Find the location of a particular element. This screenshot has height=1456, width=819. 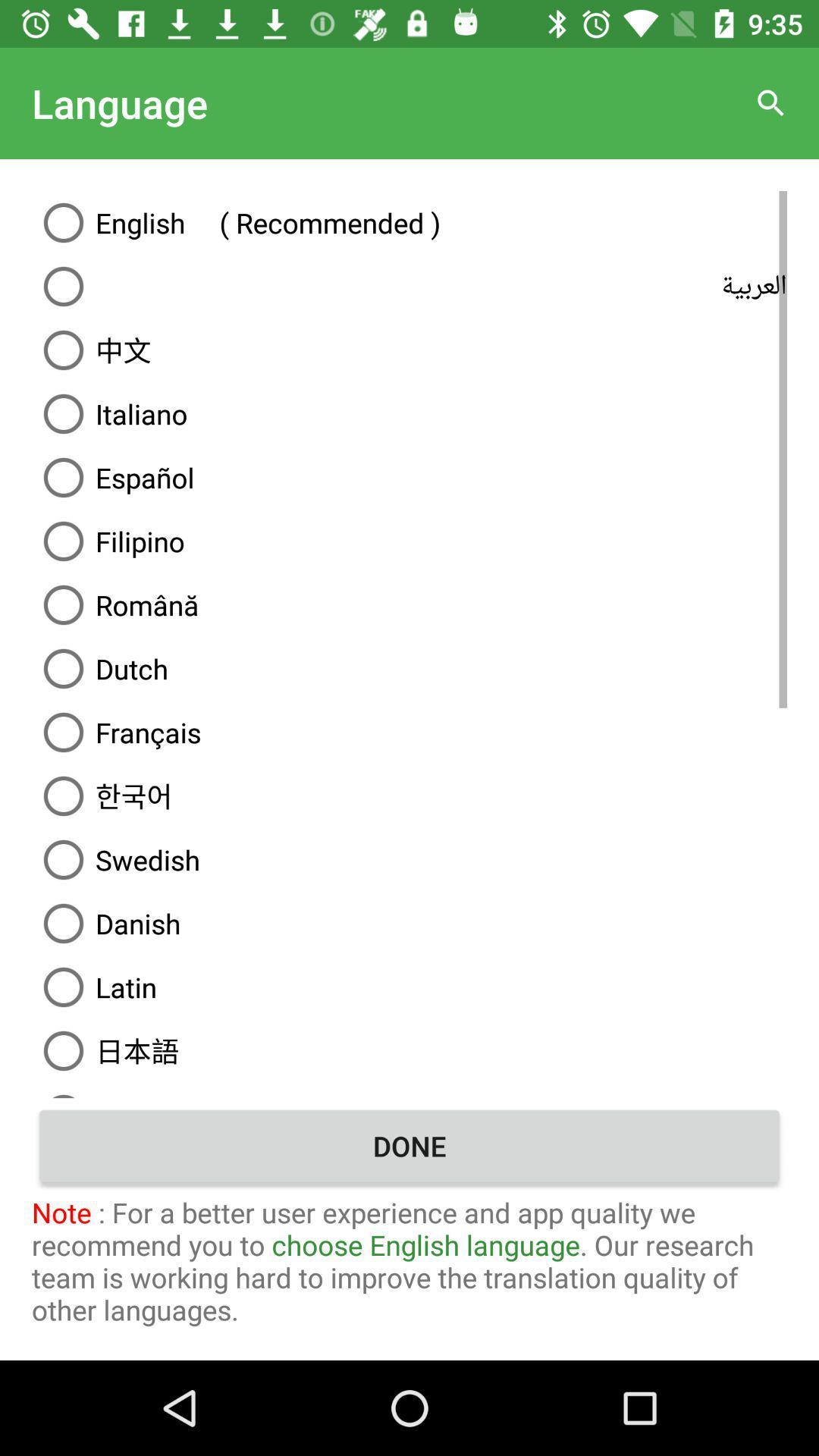

icon above the done is located at coordinates (409, 1090).